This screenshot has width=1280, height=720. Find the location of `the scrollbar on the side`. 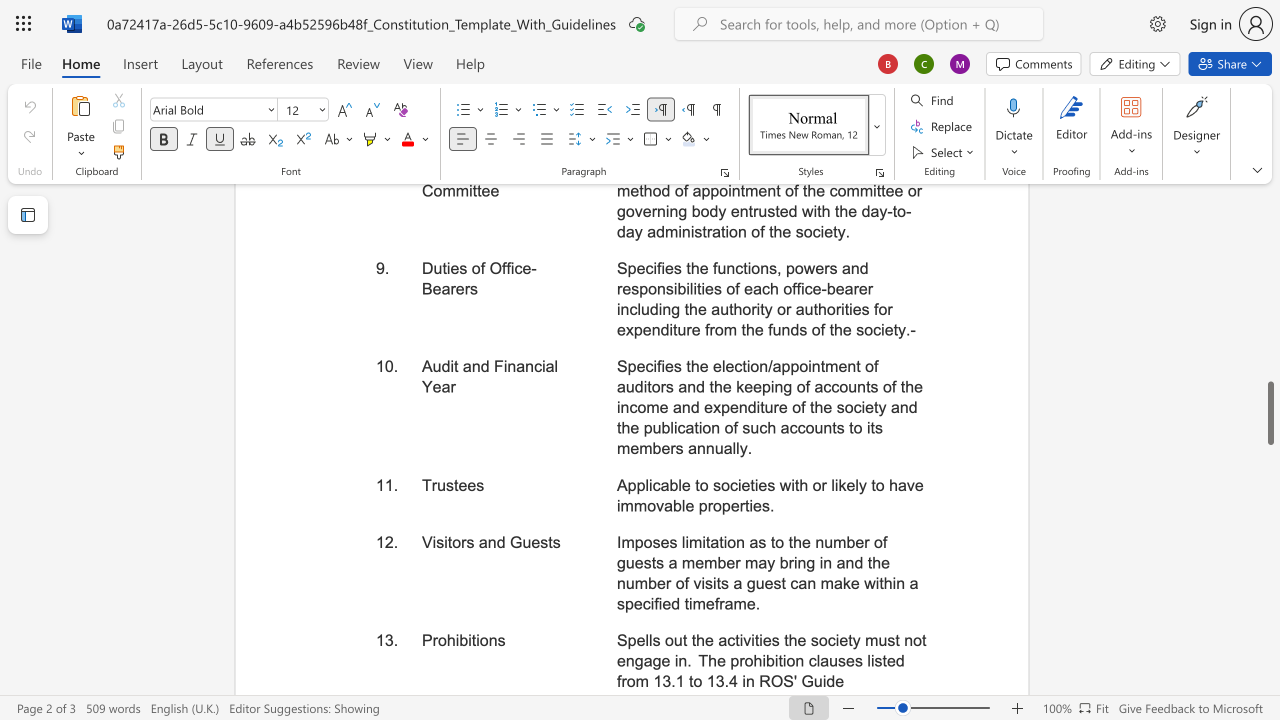

the scrollbar on the side is located at coordinates (1269, 318).